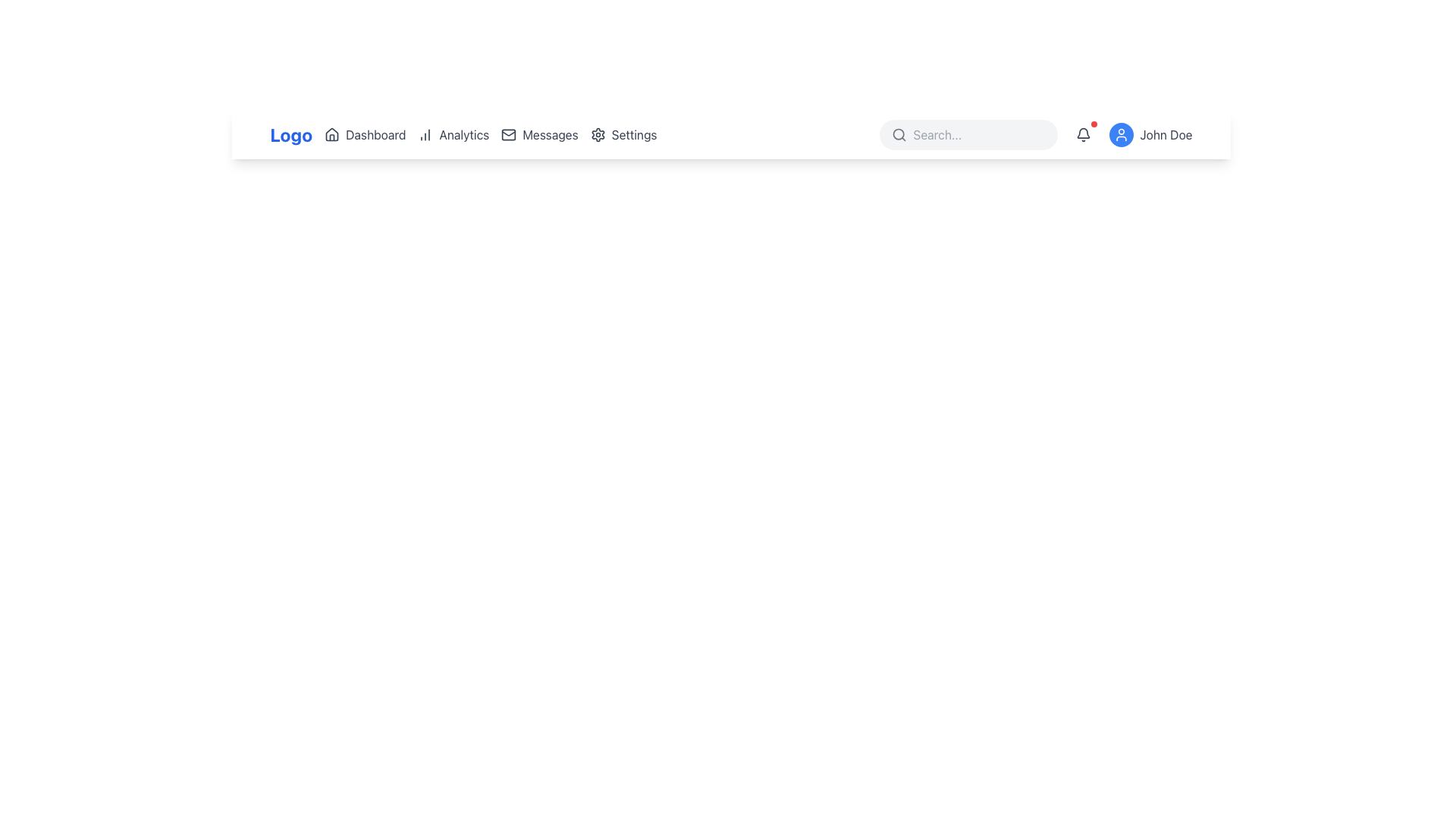  What do you see at coordinates (375, 133) in the screenshot?
I see `the 'Dashboard' text label within the navigation bar` at bounding box center [375, 133].